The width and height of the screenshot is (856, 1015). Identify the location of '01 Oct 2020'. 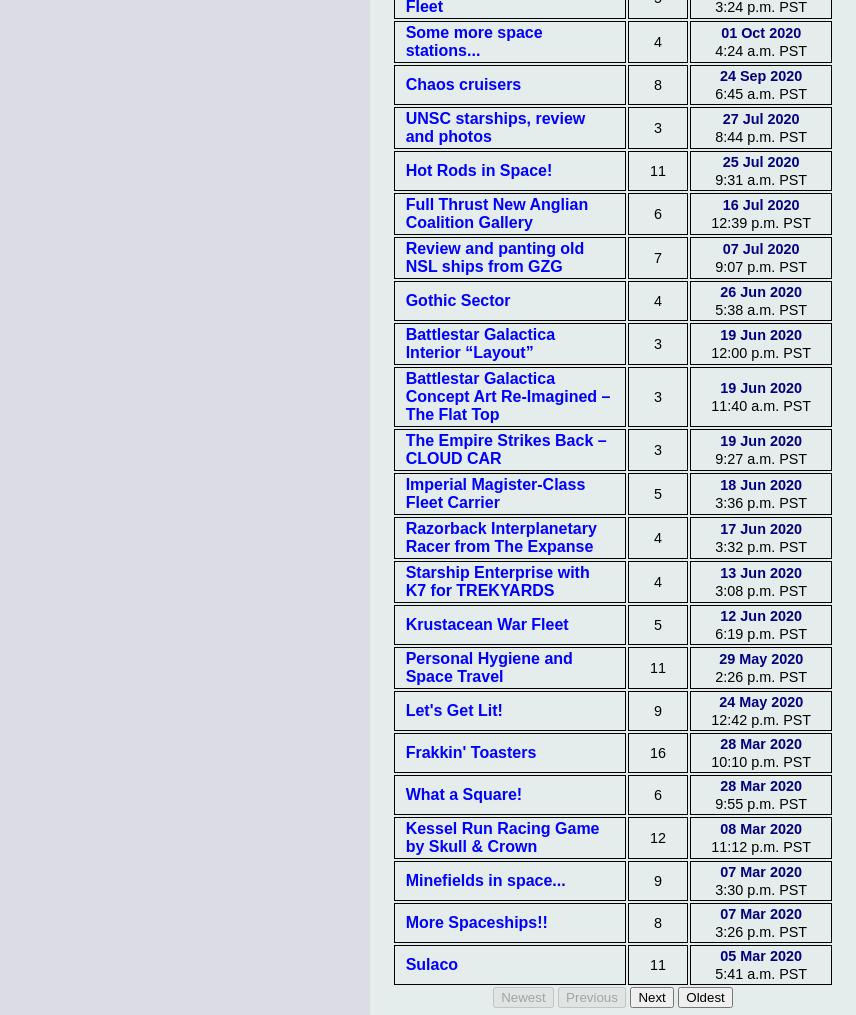
(759, 31).